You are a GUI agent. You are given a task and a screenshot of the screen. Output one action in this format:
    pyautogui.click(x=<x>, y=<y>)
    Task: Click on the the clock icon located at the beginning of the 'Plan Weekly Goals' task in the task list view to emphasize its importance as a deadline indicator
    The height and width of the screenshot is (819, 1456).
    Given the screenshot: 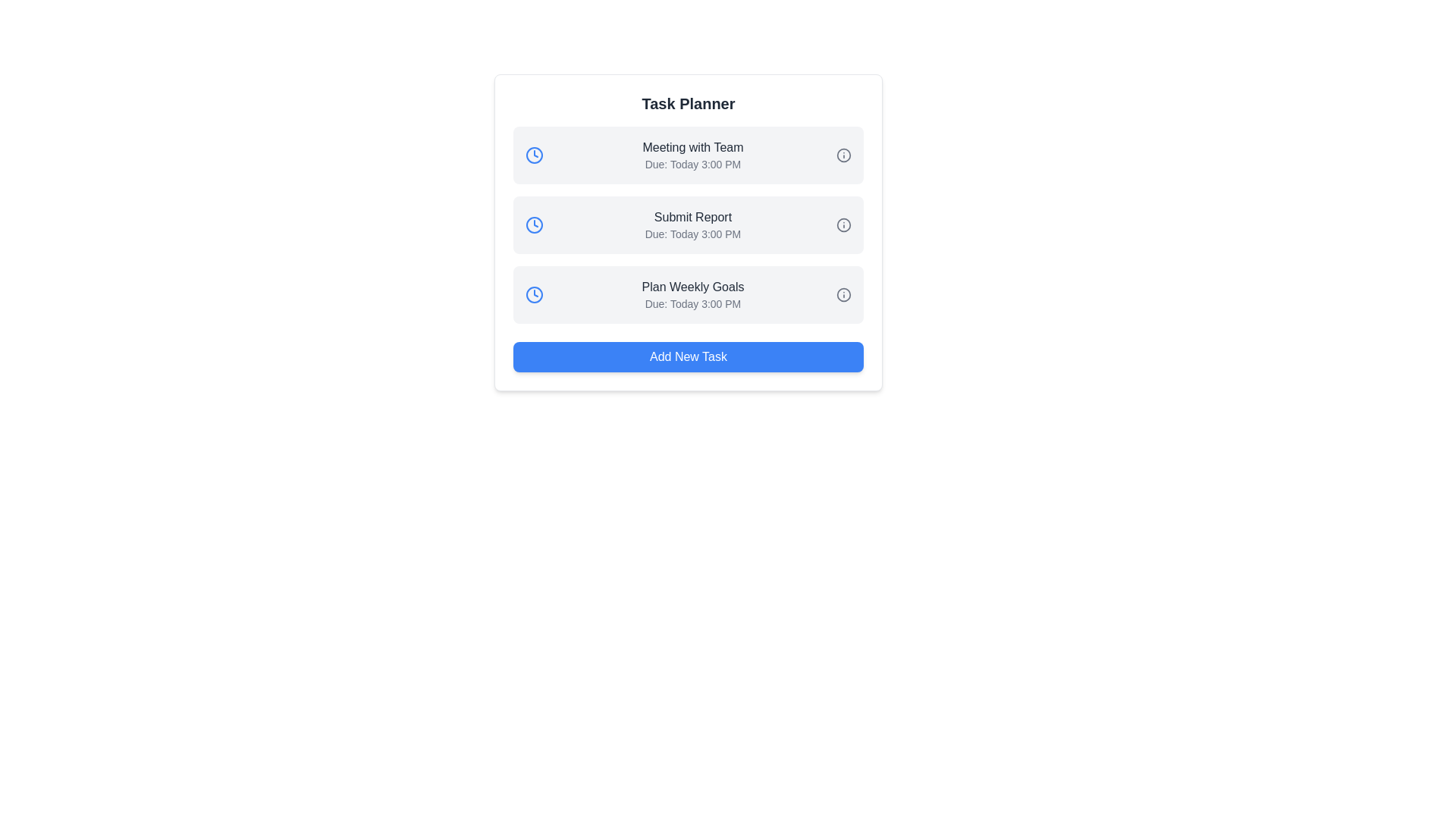 What is the action you would take?
    pyautogui.click(x=535, y=295)
    